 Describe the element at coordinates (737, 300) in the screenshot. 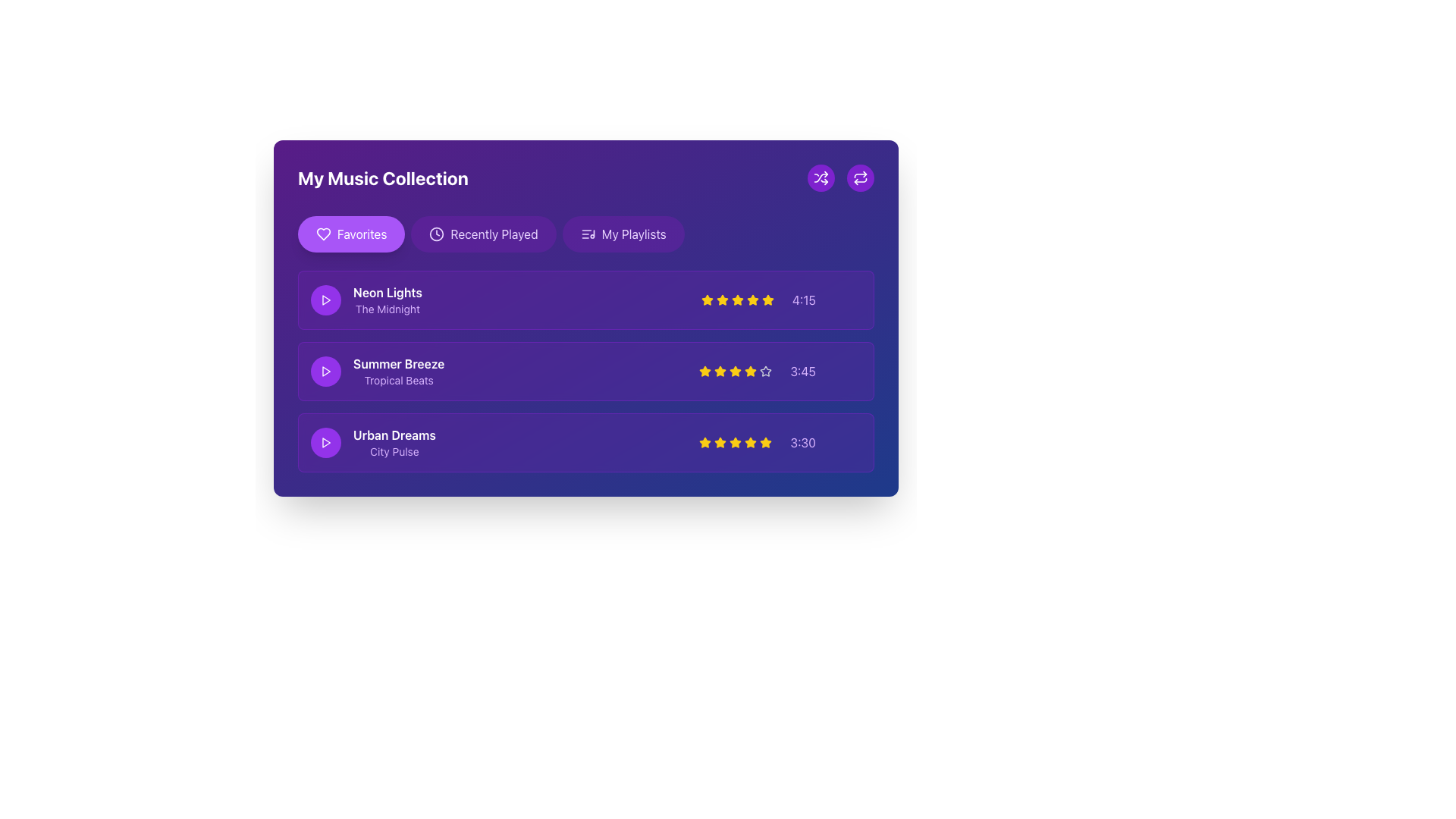

I see `the second star icon in the rating system for the 'Neon Lights' song under the 'Favorites' tab to visualize interaction potential` at that location.